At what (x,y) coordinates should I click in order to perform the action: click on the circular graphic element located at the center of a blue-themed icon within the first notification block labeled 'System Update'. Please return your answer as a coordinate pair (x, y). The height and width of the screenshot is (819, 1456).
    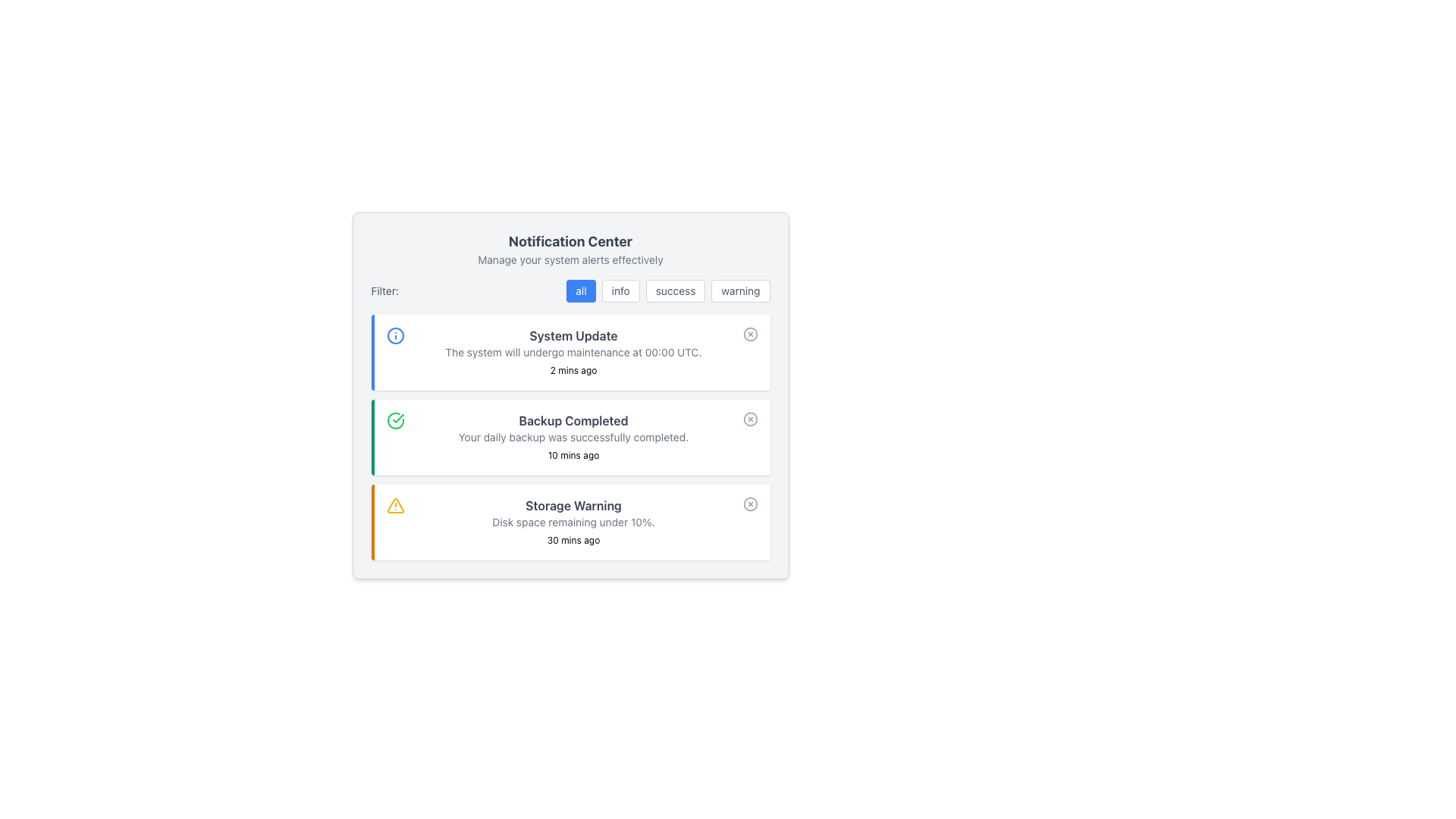
    Looking at the image, I should click on (395, 335).